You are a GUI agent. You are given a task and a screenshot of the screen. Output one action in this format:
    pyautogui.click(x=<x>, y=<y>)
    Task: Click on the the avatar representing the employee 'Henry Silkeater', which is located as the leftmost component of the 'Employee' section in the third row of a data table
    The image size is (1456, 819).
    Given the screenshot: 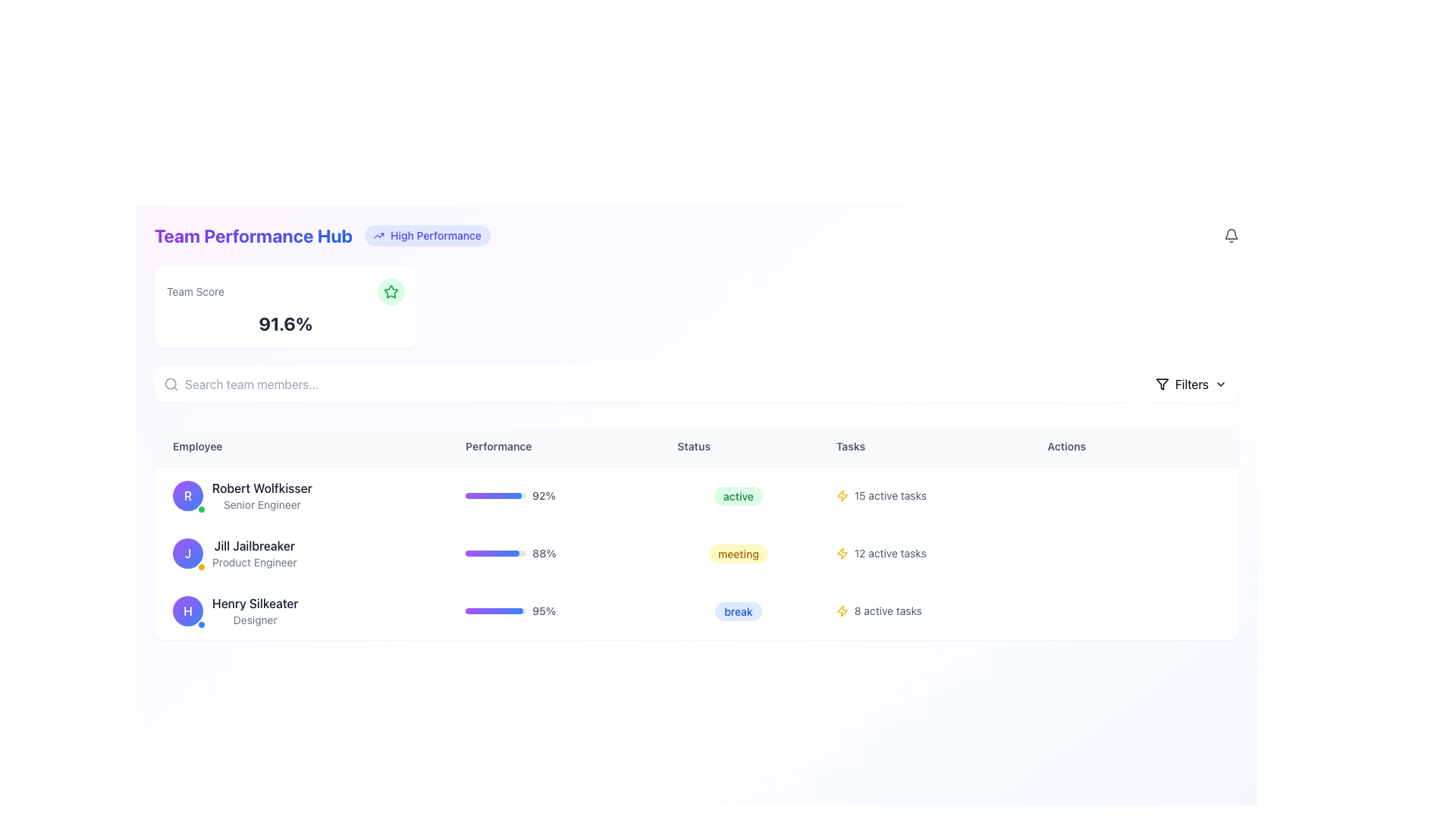 What is the action you would take?
    pyautogui.click(x=187, y=610)
    